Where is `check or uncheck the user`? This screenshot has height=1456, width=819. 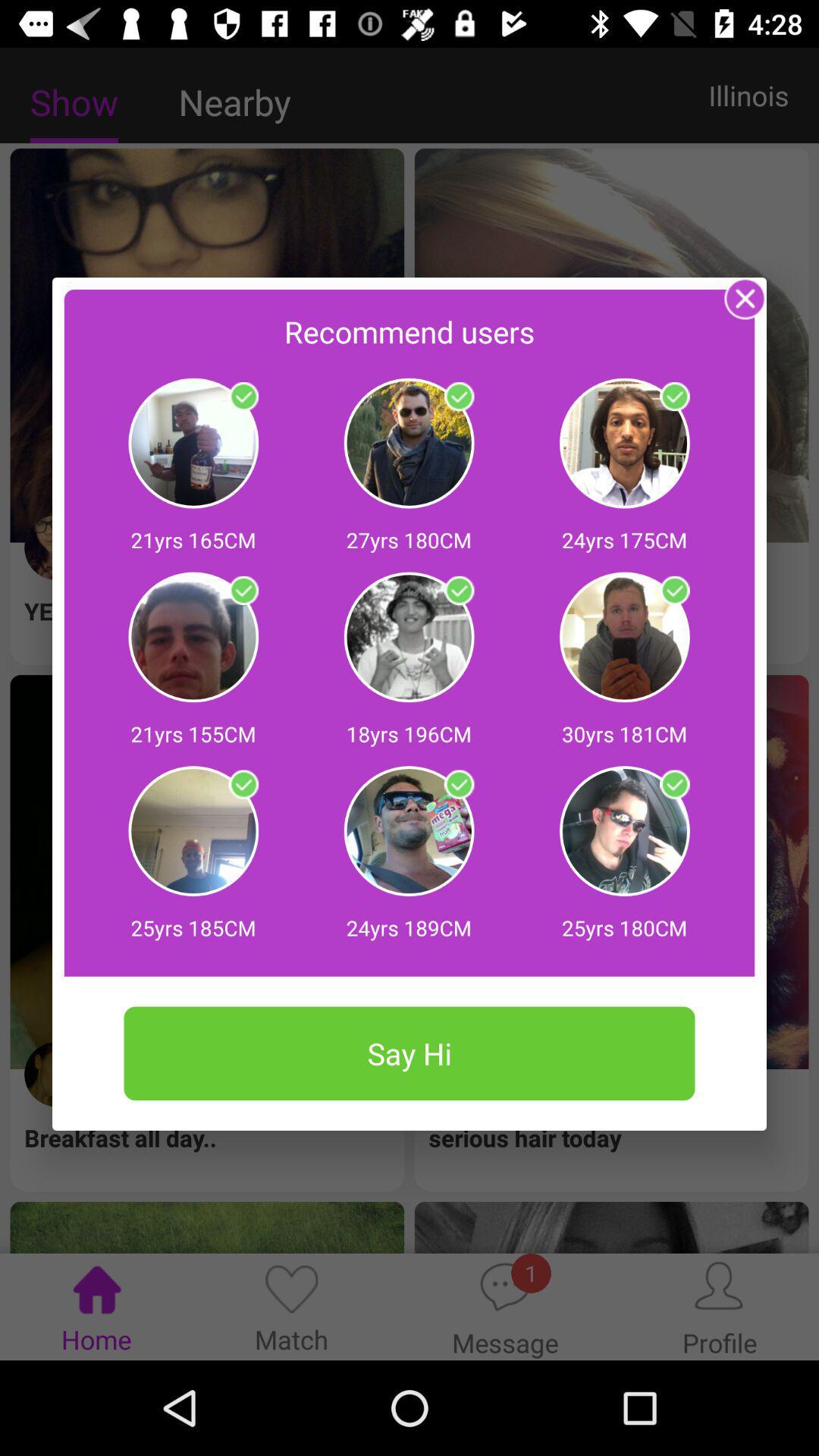
check or uncheck the user is located at coordinates (458, 785).